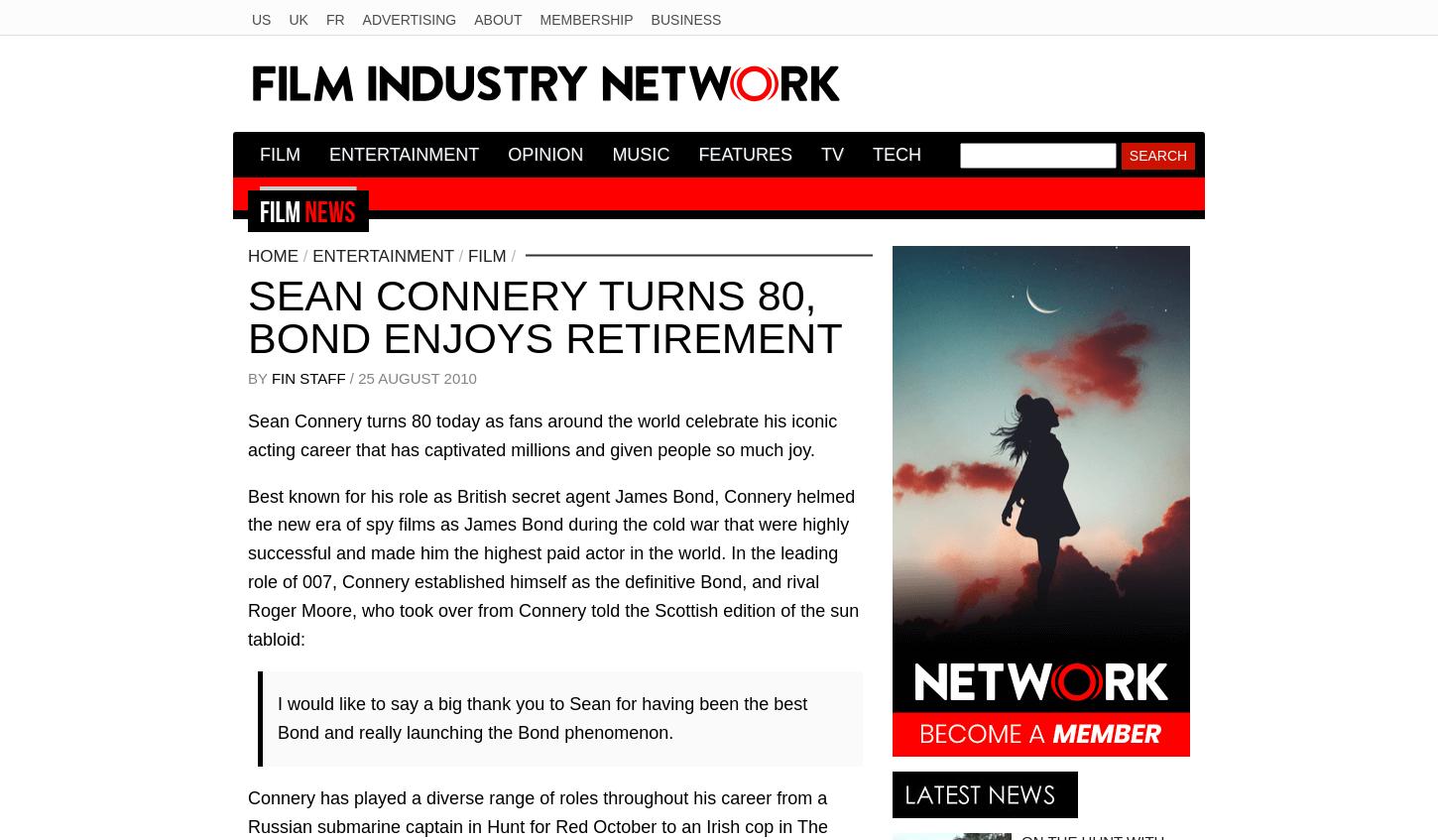  Describe the element at coordinates (273, 254) in the screenshot. I see `'Home'` at that location.